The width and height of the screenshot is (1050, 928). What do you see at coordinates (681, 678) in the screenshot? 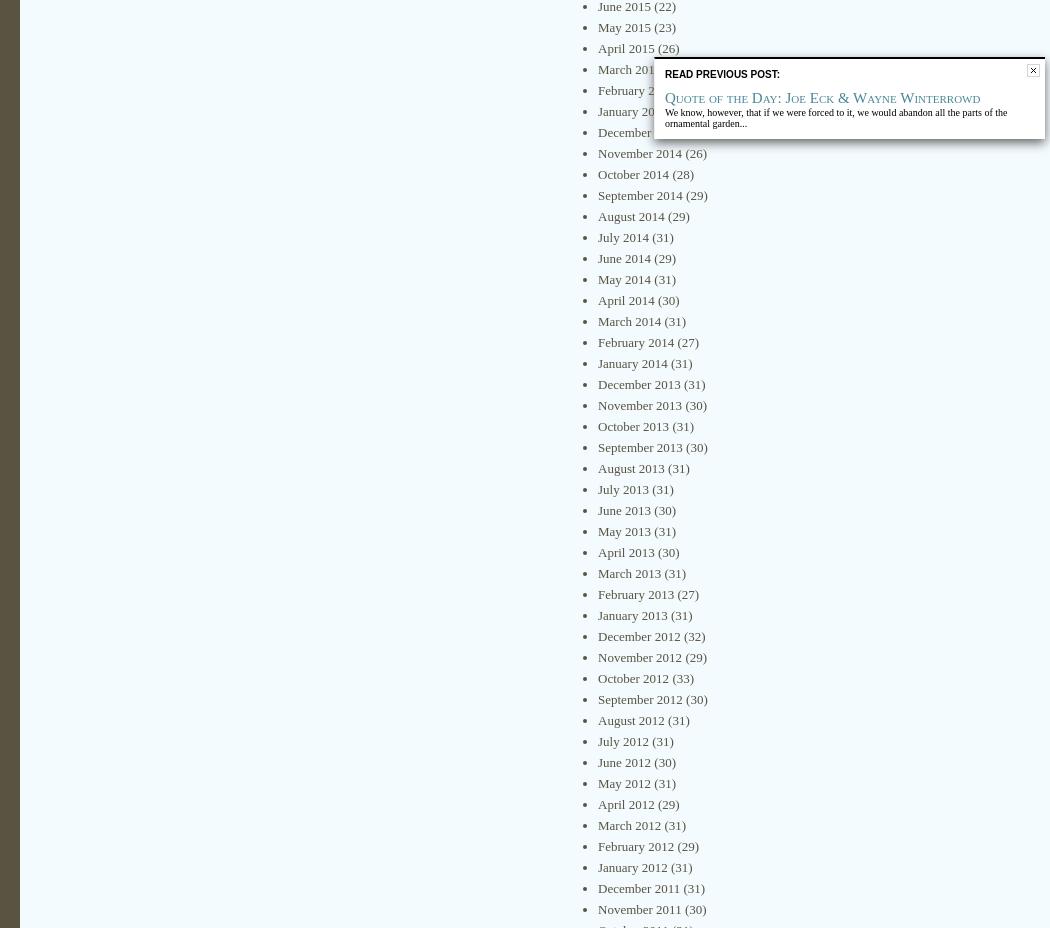
I see `'(33)'` at bounding box center [681, 678].